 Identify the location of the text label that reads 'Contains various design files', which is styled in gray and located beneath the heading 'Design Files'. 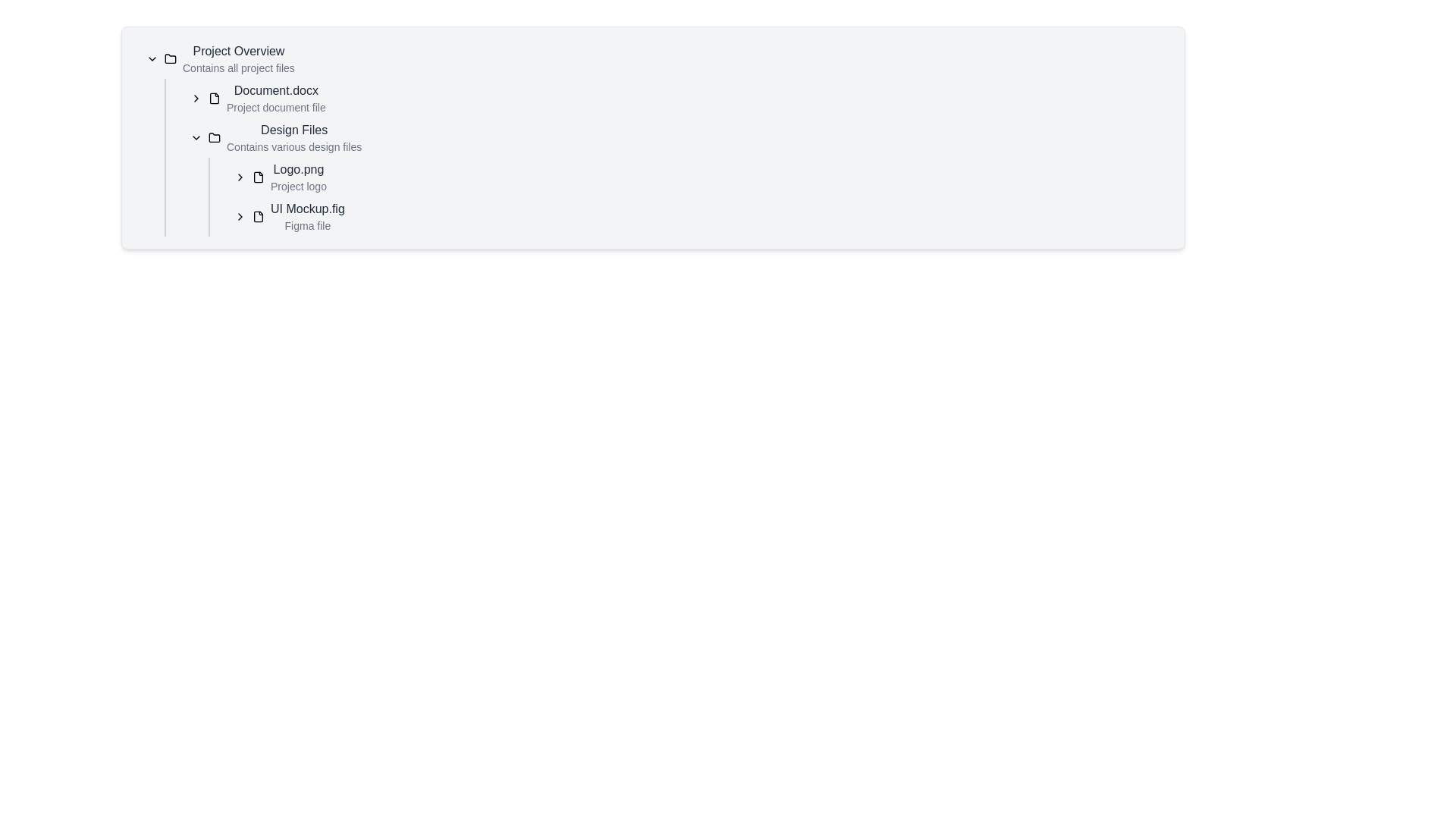
(294, 146).